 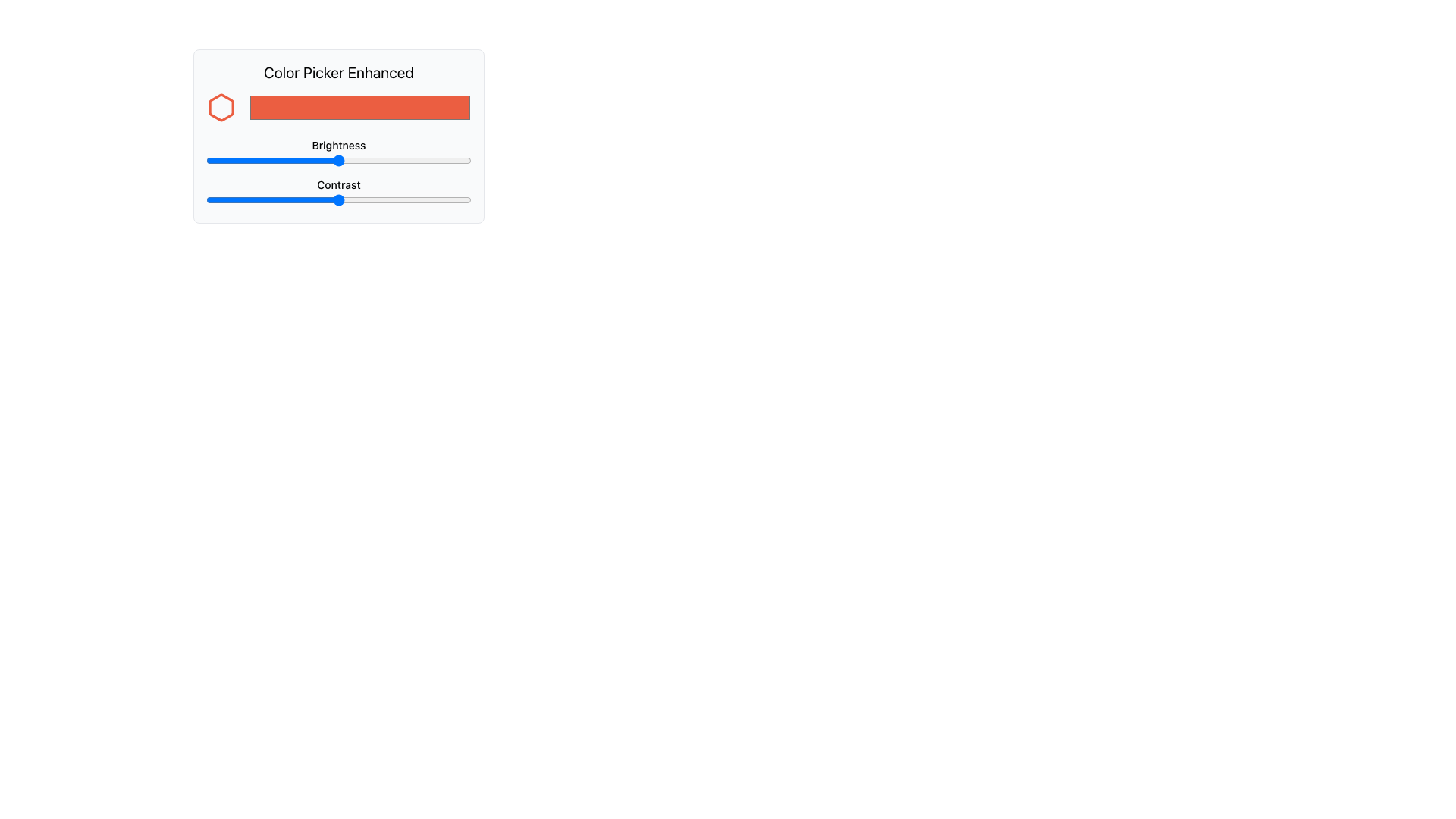 What do you see at coordinates (296, 199) in the screenshot?
I see `contrast` at bounding box center [296, 199].